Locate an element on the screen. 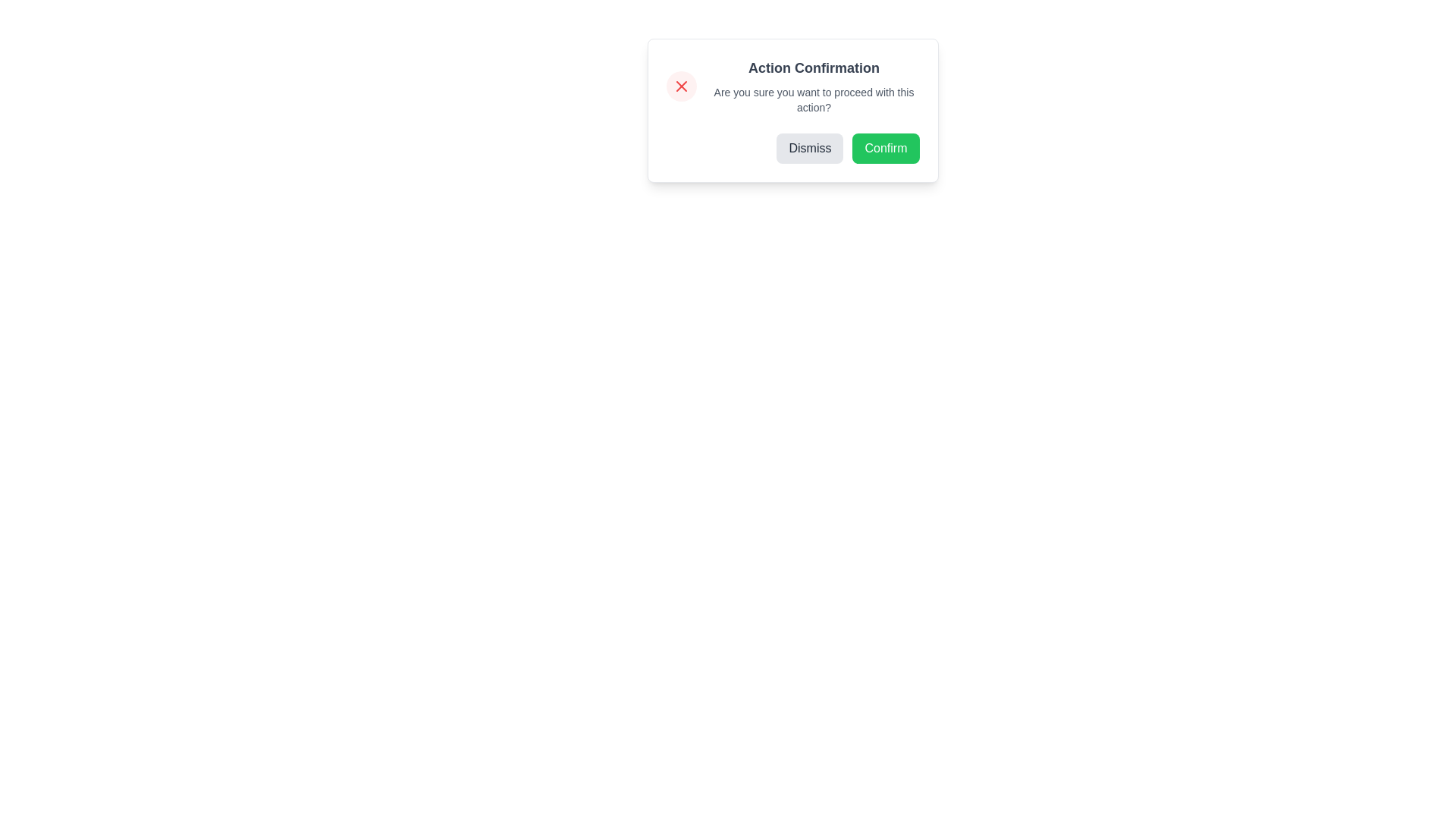 The height and width of the screenshot is (819, 1456). the red 'X' icon located at the top-left corner of the 'Action Confirmation' dialog box, which features a circular light pink background is located at coordinates (680, 86).